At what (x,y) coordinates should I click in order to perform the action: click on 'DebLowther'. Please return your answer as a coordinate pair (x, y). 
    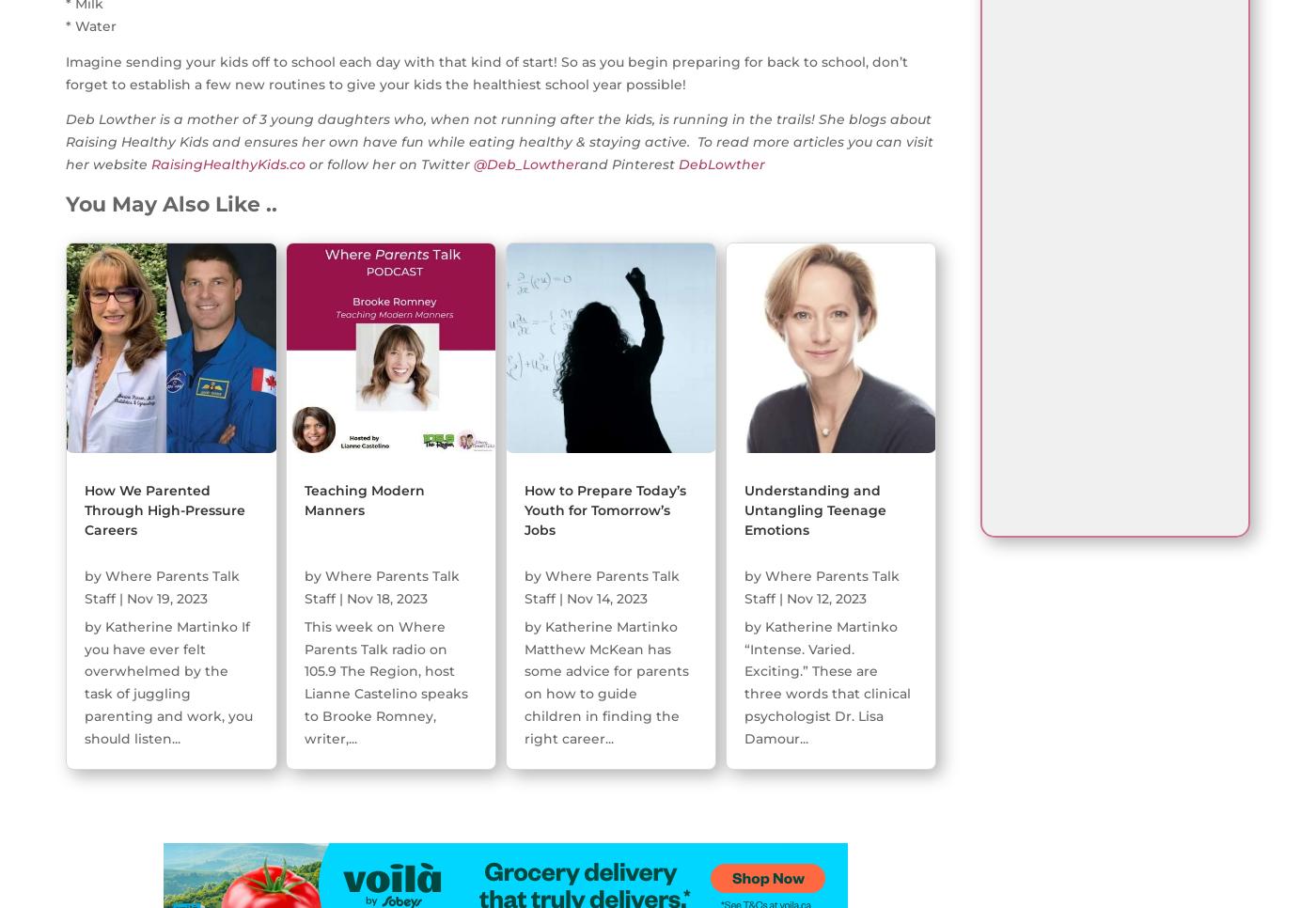
    Looking at the image, I should click on (678, 164).